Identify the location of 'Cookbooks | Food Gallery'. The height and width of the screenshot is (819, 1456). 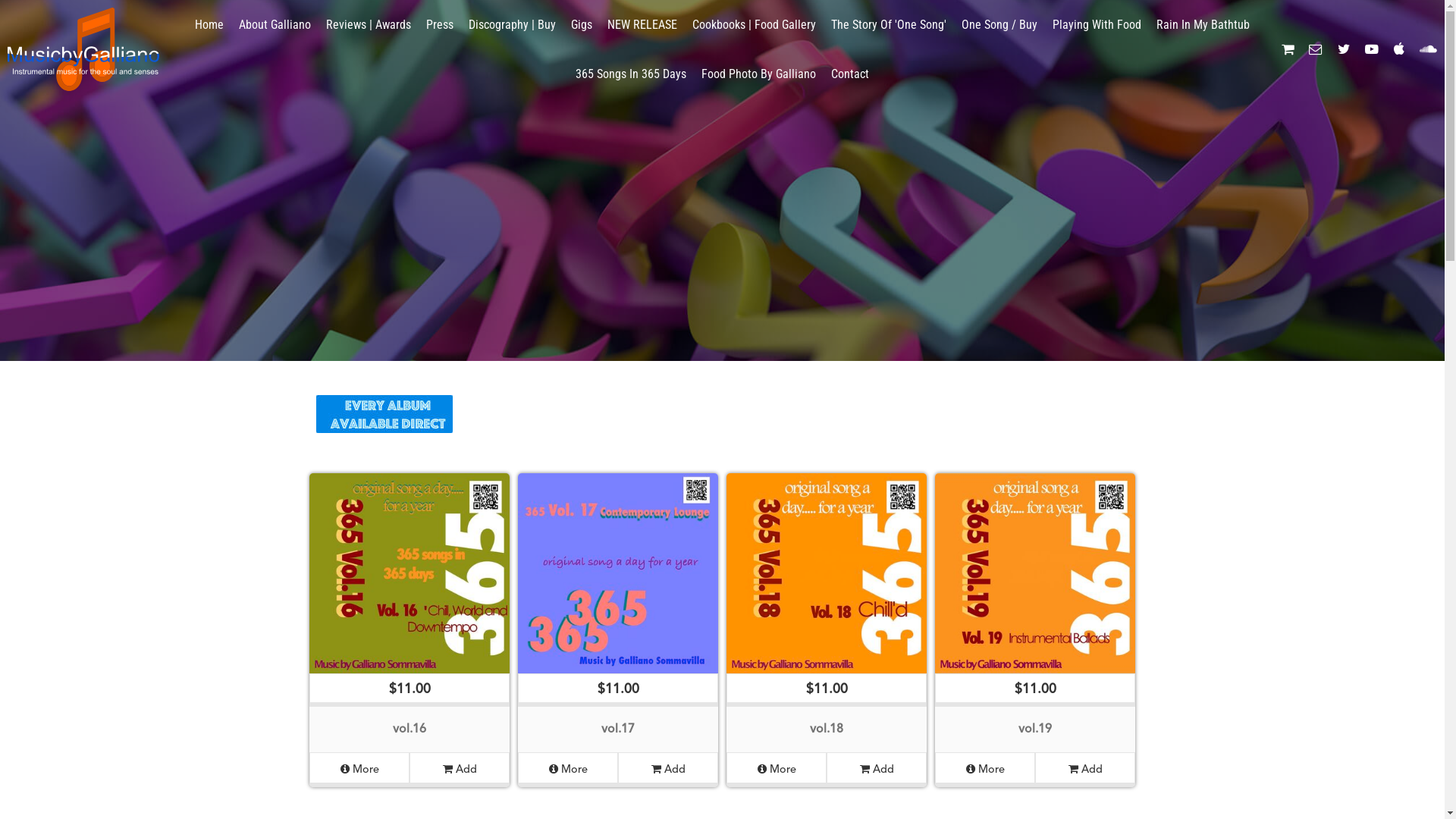
(754, 24).